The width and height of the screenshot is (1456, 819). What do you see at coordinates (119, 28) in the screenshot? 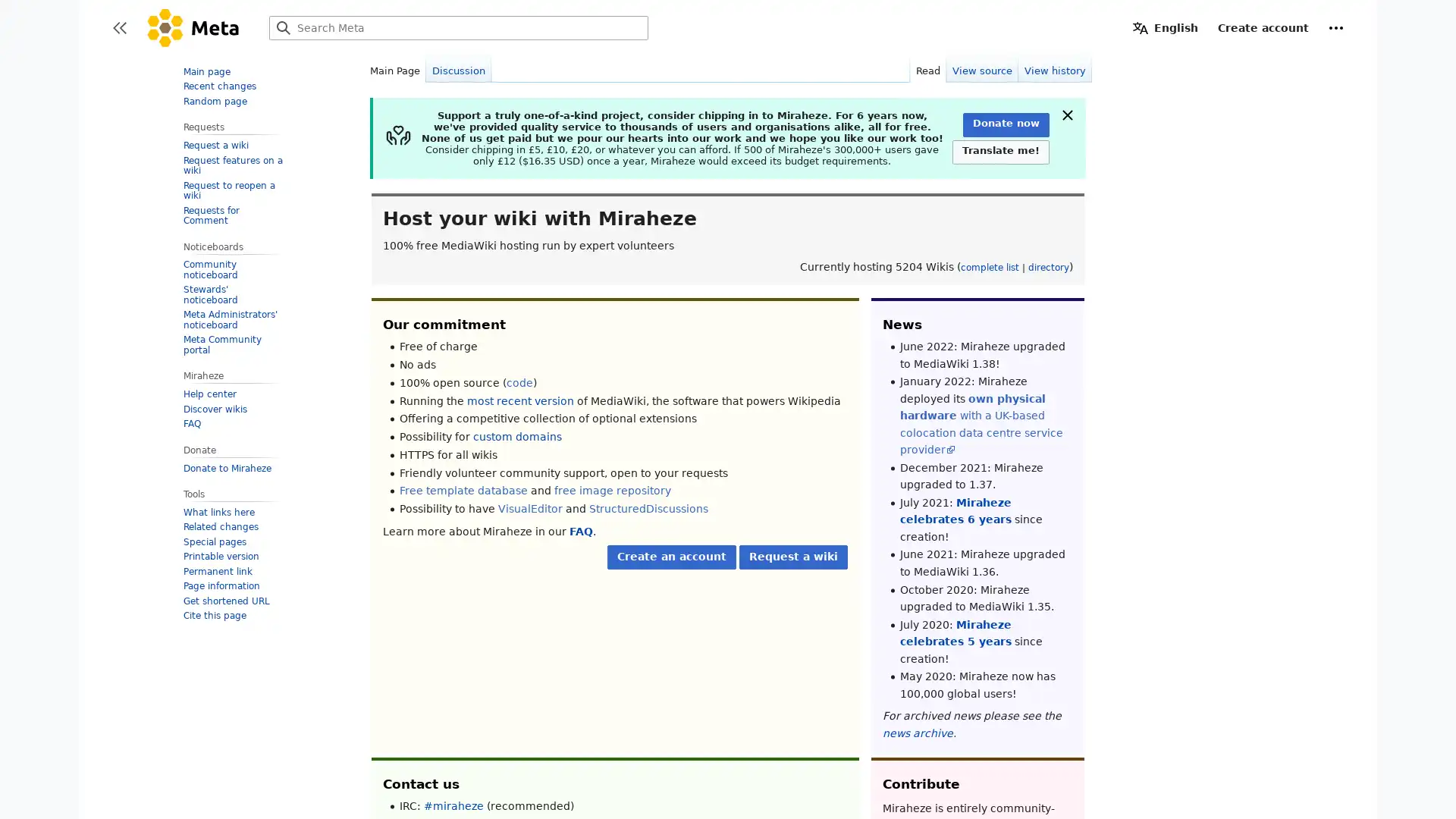
I see `Toggle sidebar` at bounding box center [119, 28].